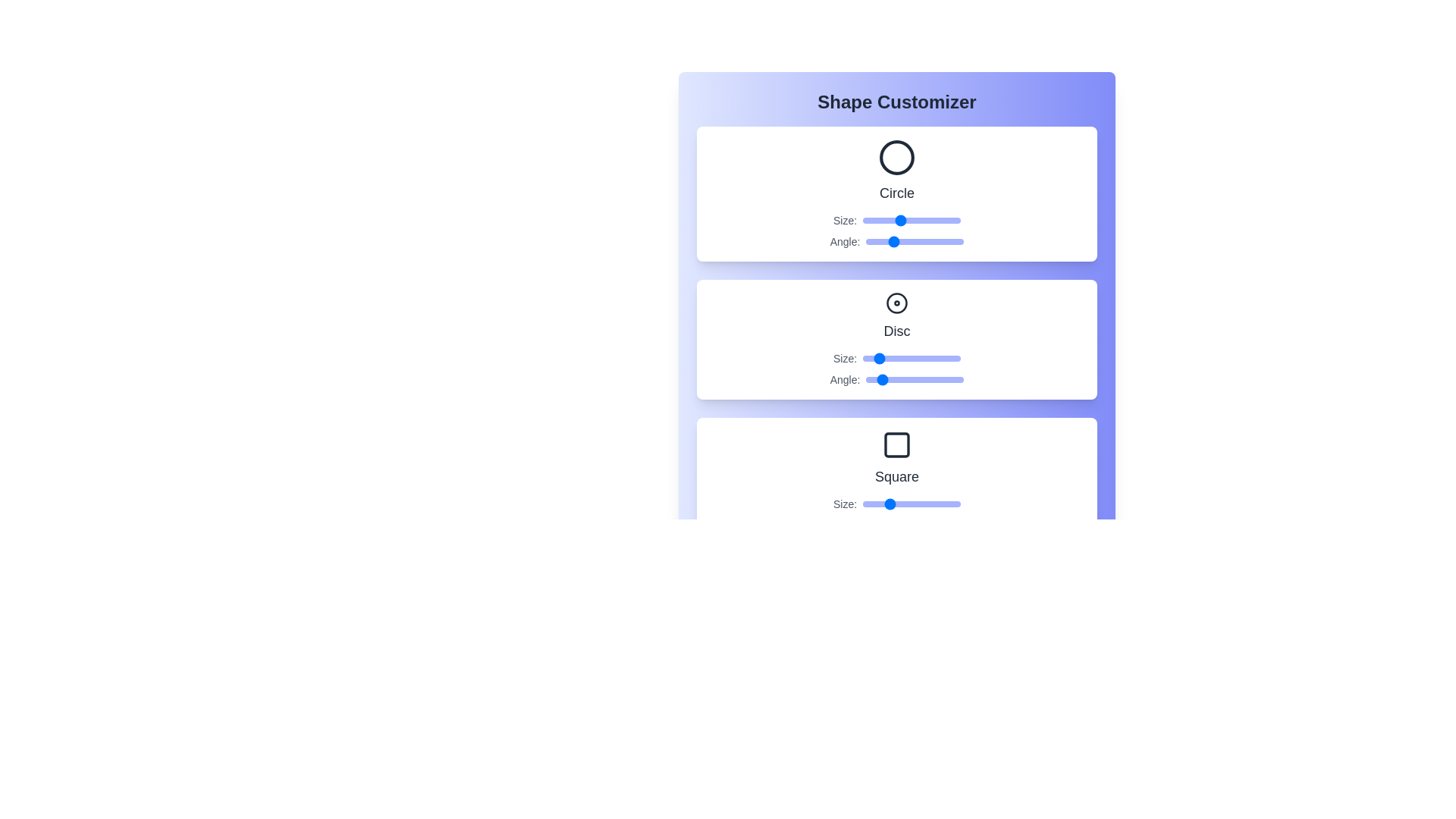 This screenshot has width=1456, height=819. What do you see at coordinates (896, 303) in the screenshot?
I see `the icon of the shape Disc` at bounding box center [896, 303].